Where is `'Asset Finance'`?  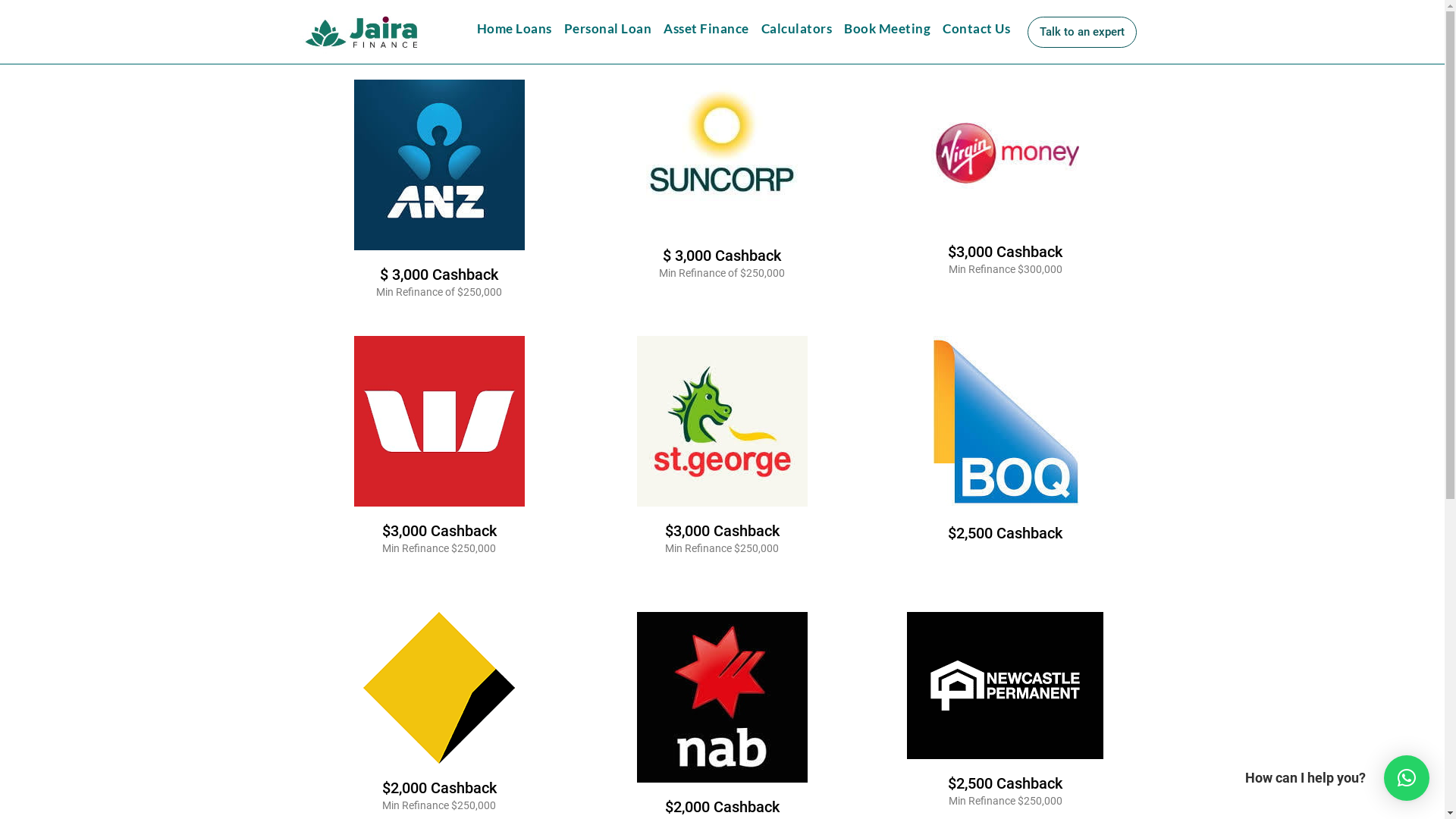 'Asset Finance' is located at coordinates (705, 29).